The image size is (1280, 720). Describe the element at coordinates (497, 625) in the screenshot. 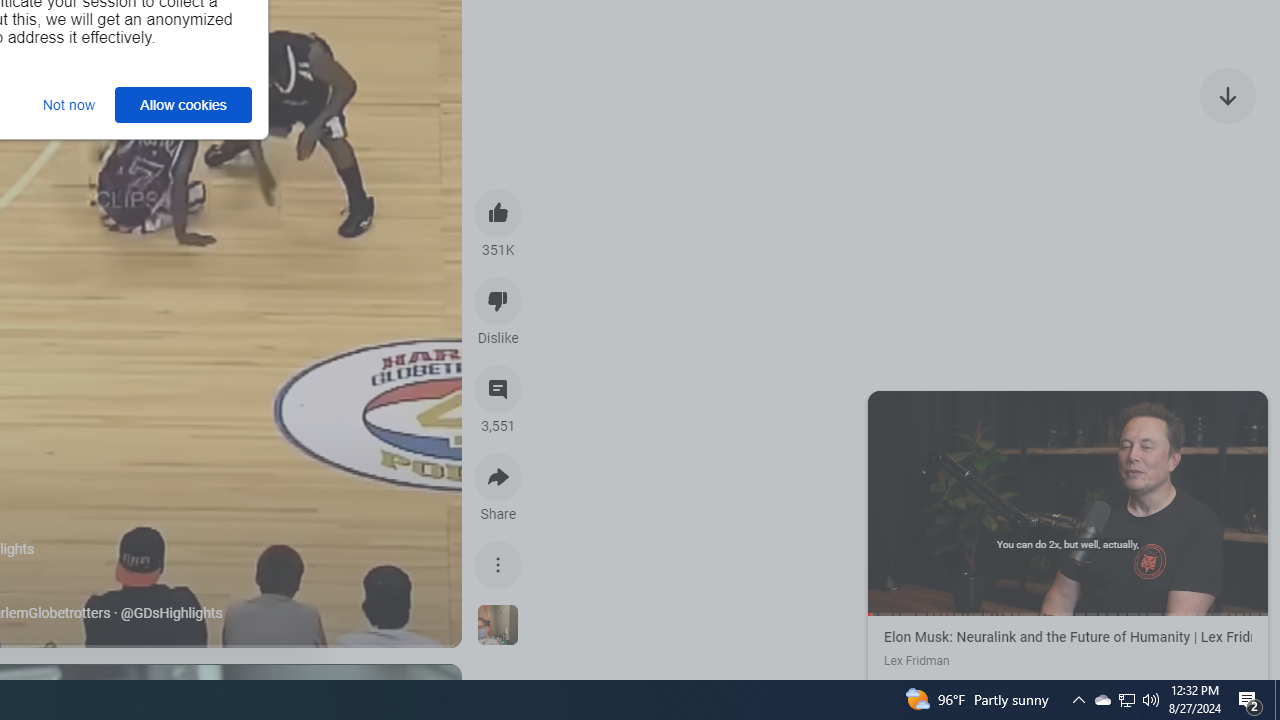

I see `'See more videos using this sound'` at that location.